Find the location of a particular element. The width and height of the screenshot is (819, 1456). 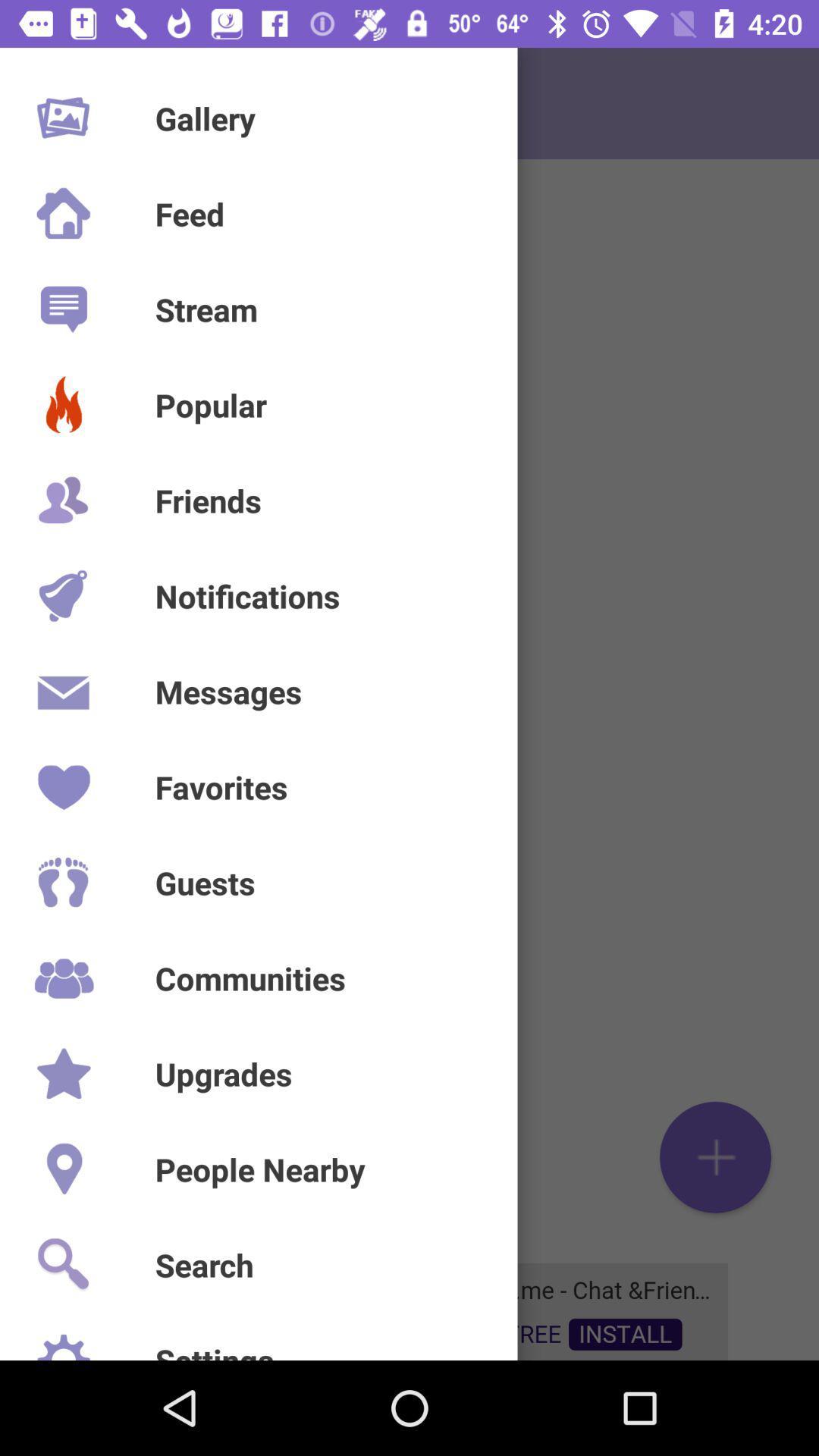

the add icon is located at coordinates (715, 1156).